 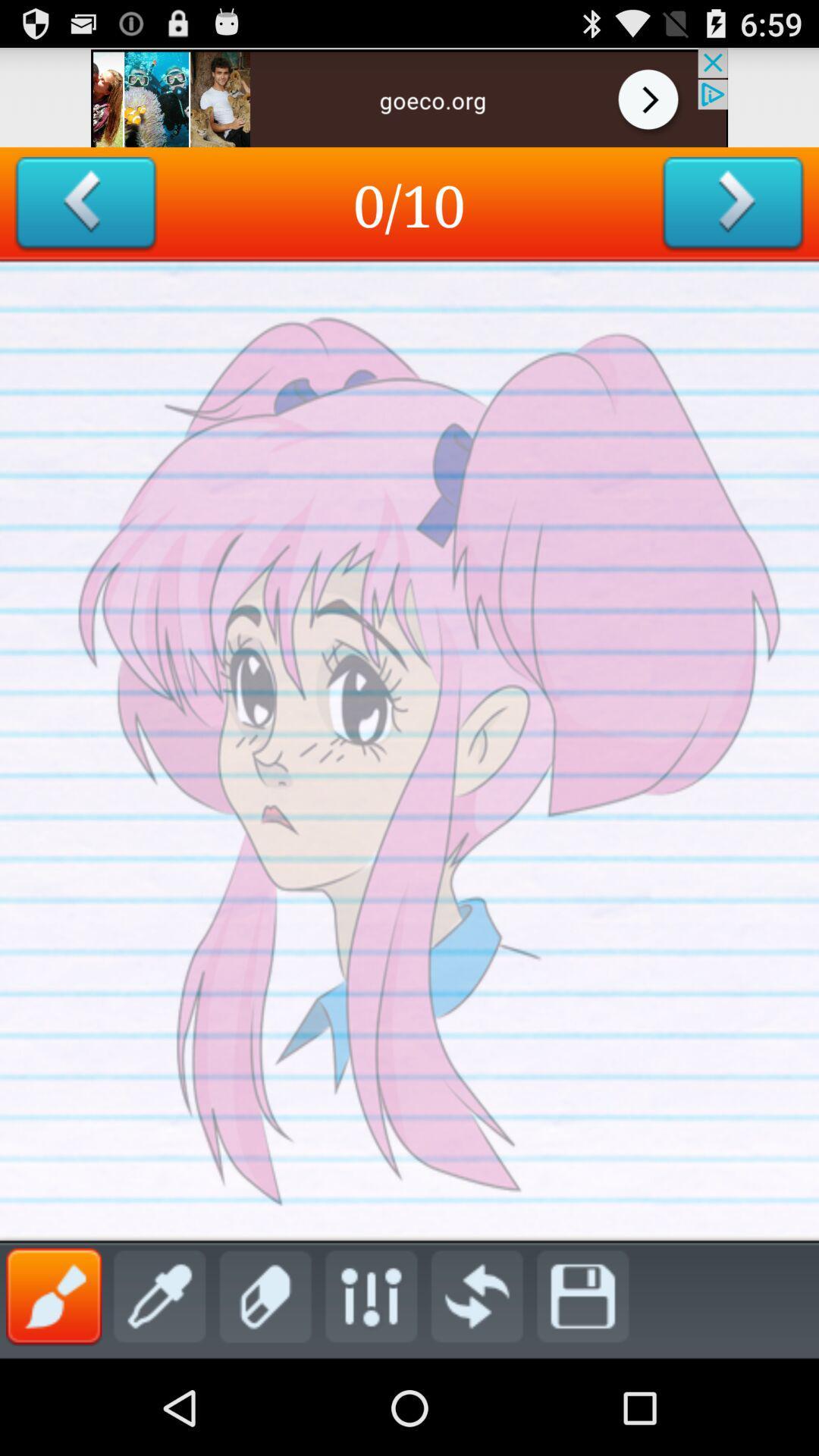 I want to click on bake vete, so click(x=86, y=203).